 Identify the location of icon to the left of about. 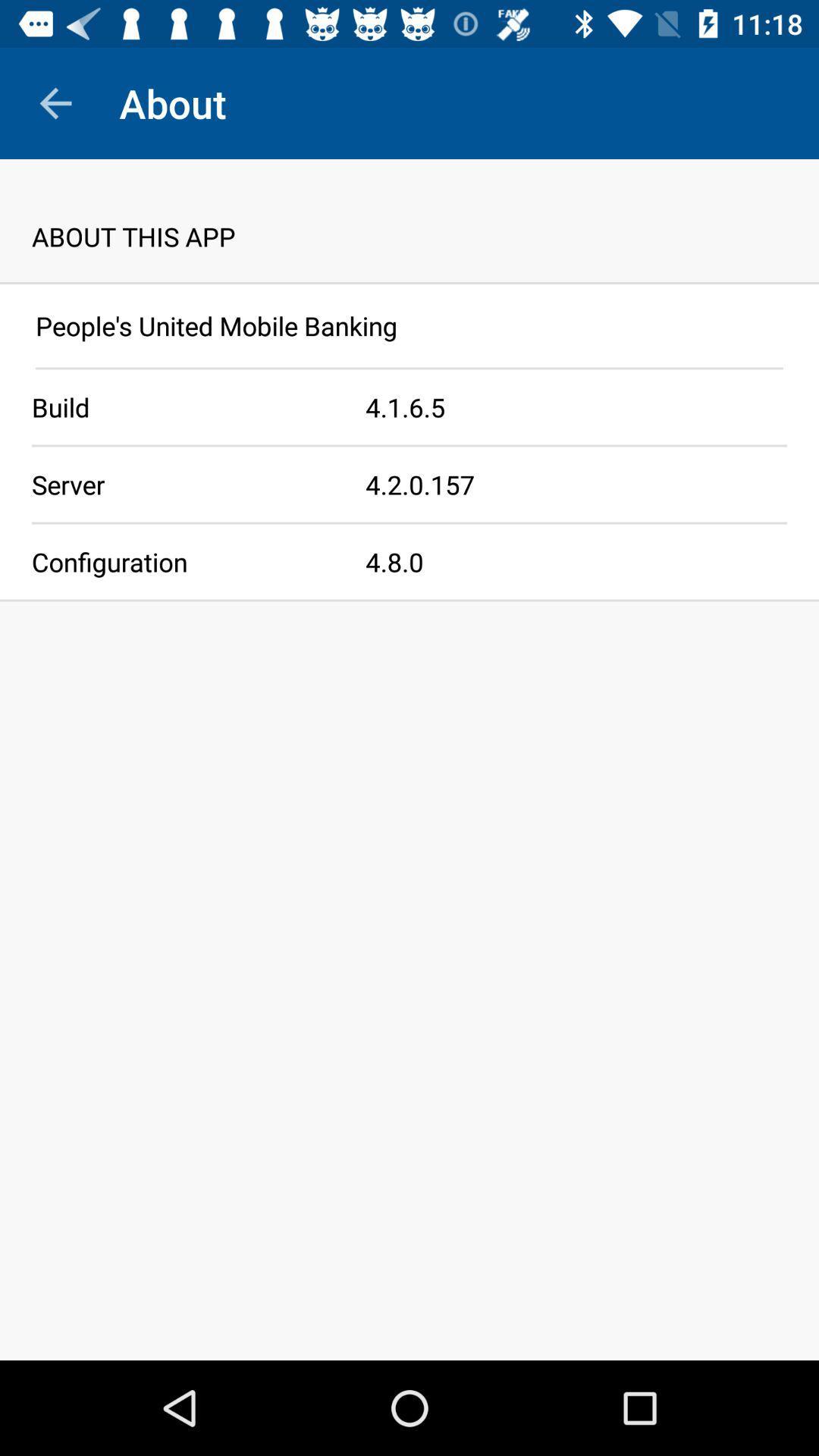
(55, 102).